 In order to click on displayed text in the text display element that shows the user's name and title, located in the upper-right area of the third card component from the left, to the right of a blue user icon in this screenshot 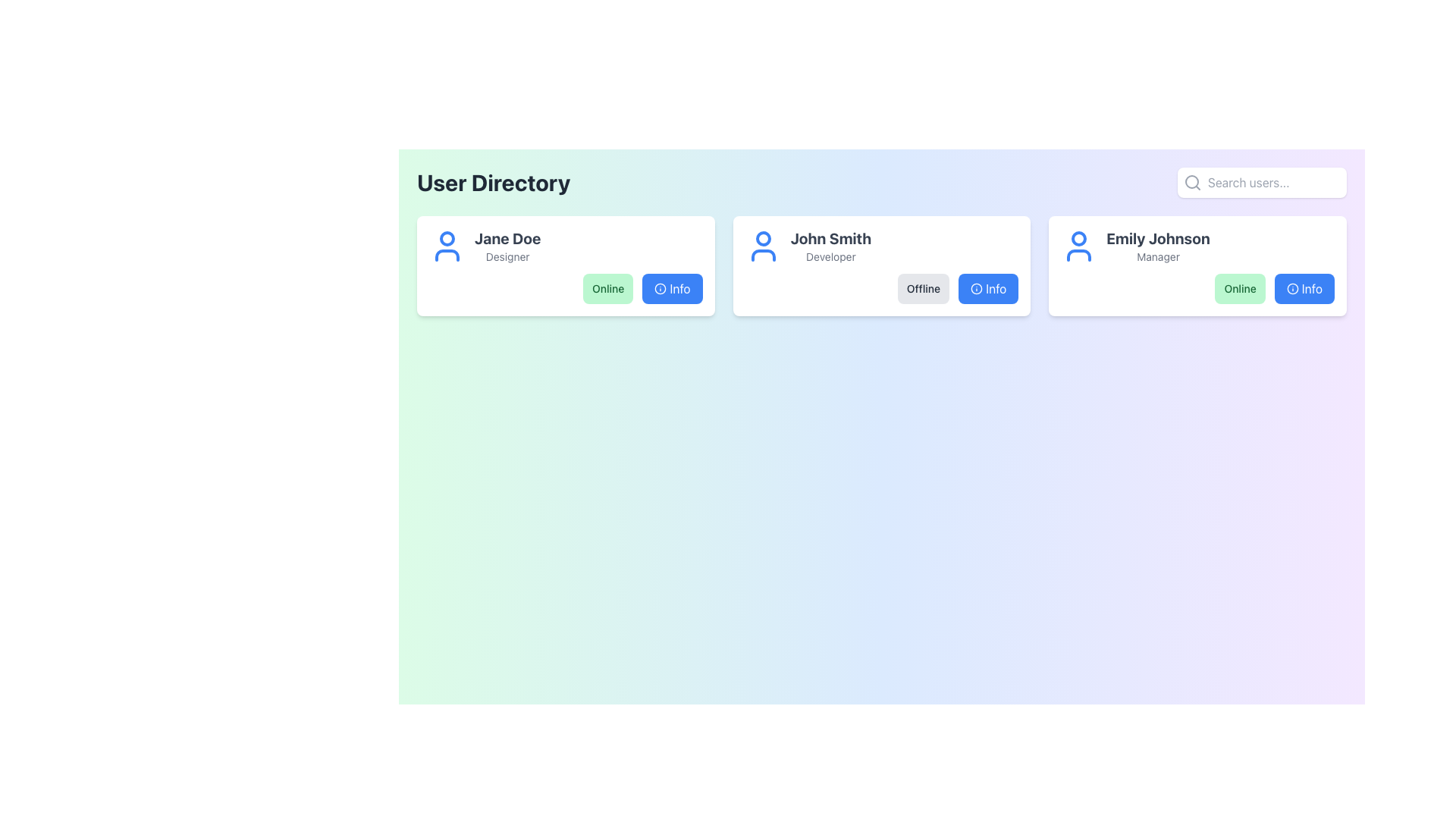, I will do `click(1157, 245)`.